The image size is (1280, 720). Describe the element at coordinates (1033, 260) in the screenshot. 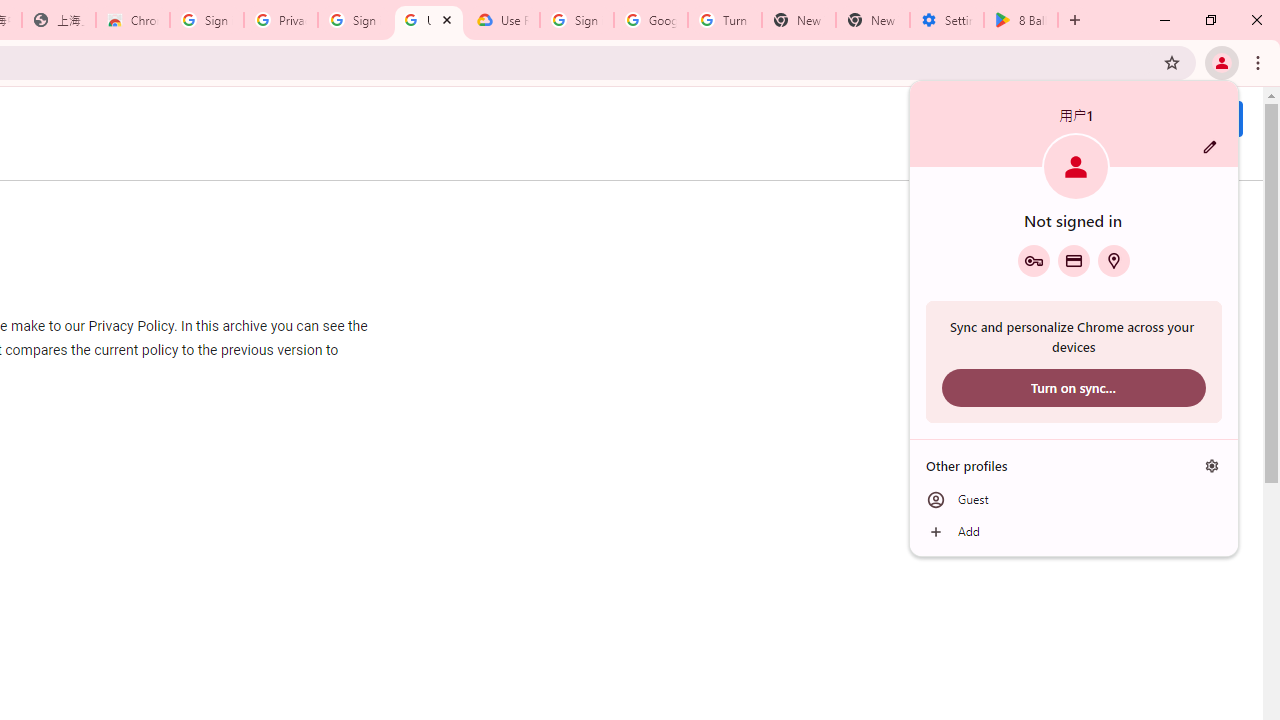

I see `'Google Password Manager'` at that location.